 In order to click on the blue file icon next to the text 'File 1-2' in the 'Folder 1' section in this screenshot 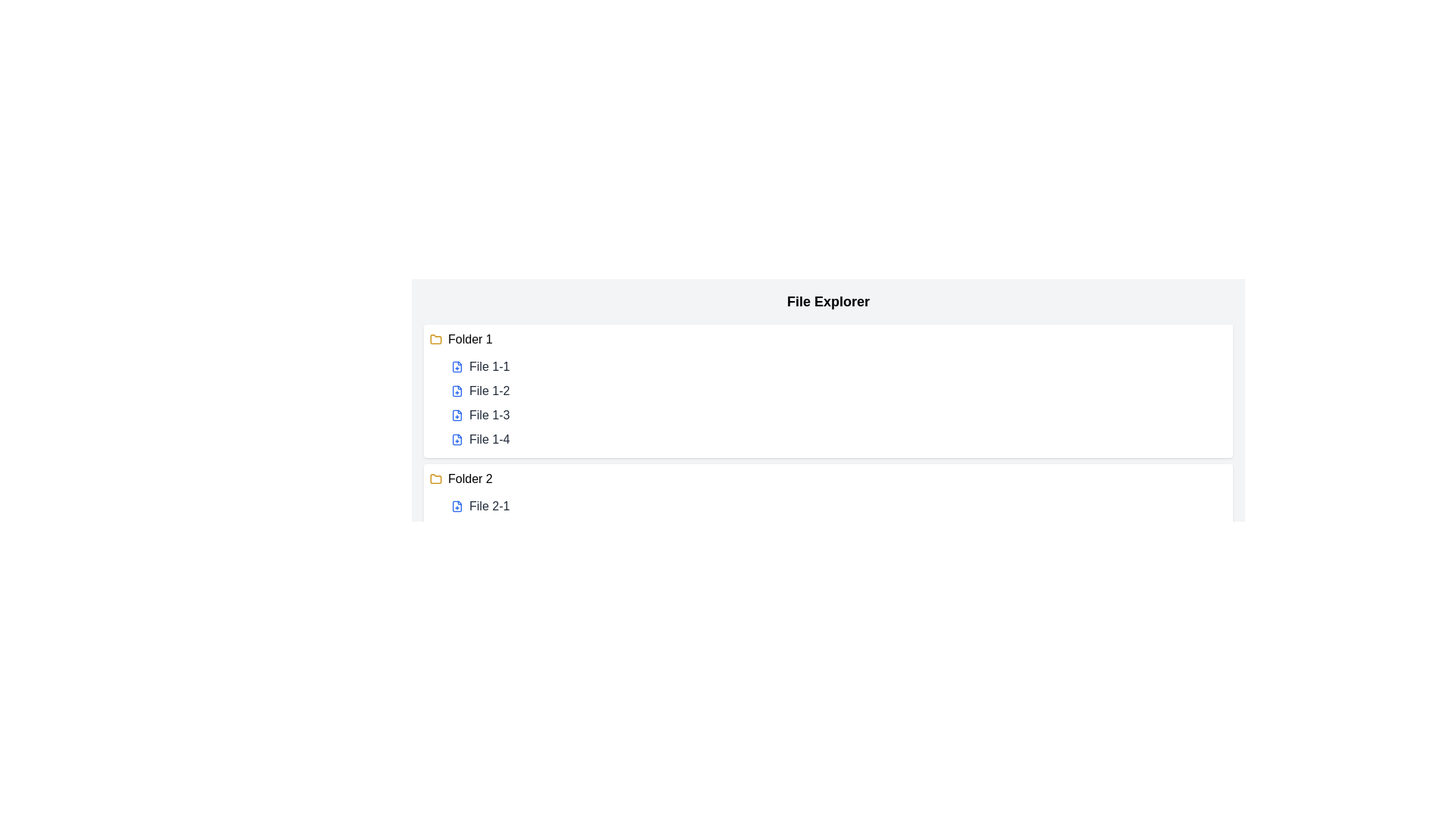, I will do `click(457, 391)`.